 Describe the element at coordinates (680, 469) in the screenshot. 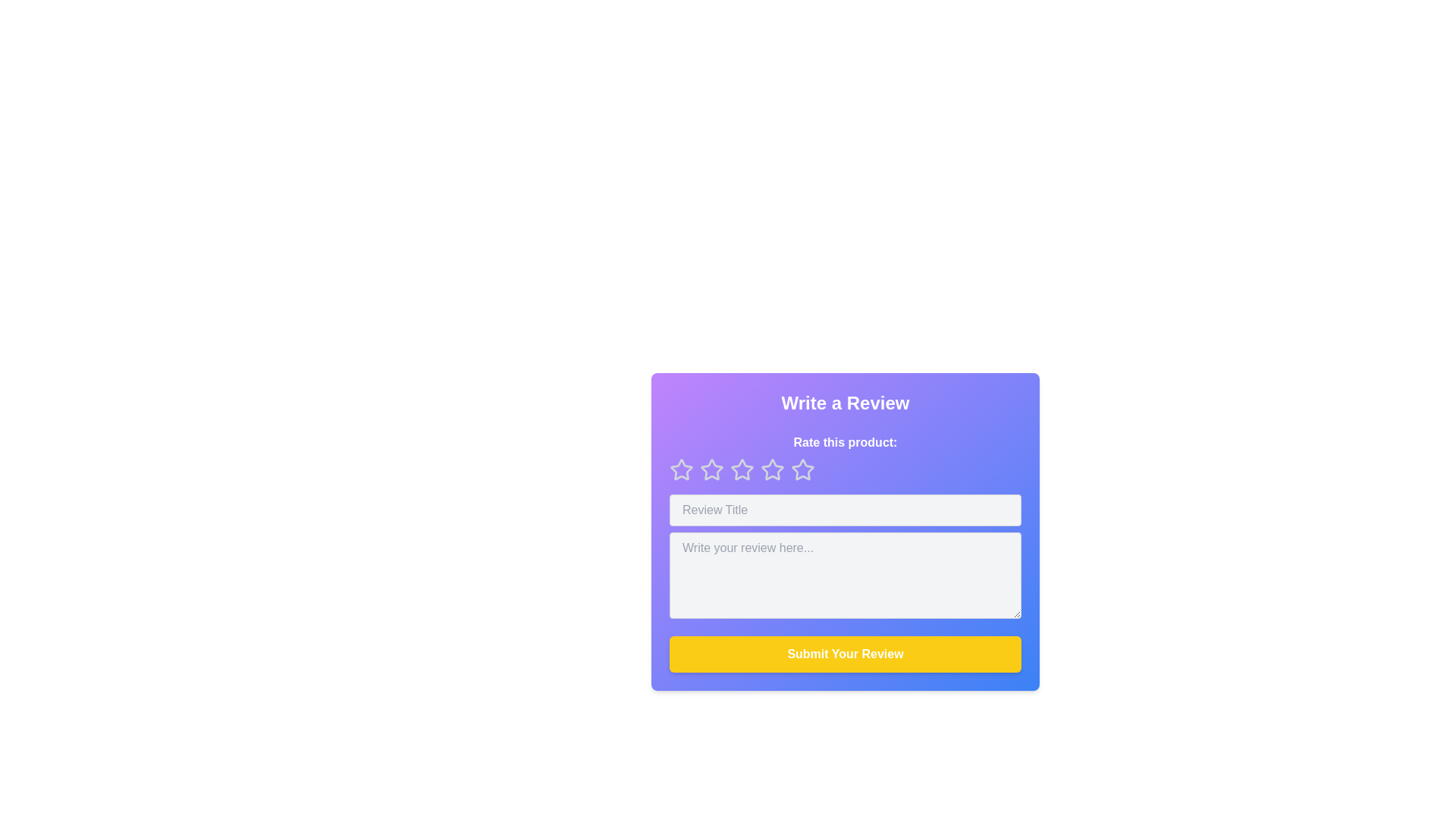

I see `the first star icon in the rating element` at that location.